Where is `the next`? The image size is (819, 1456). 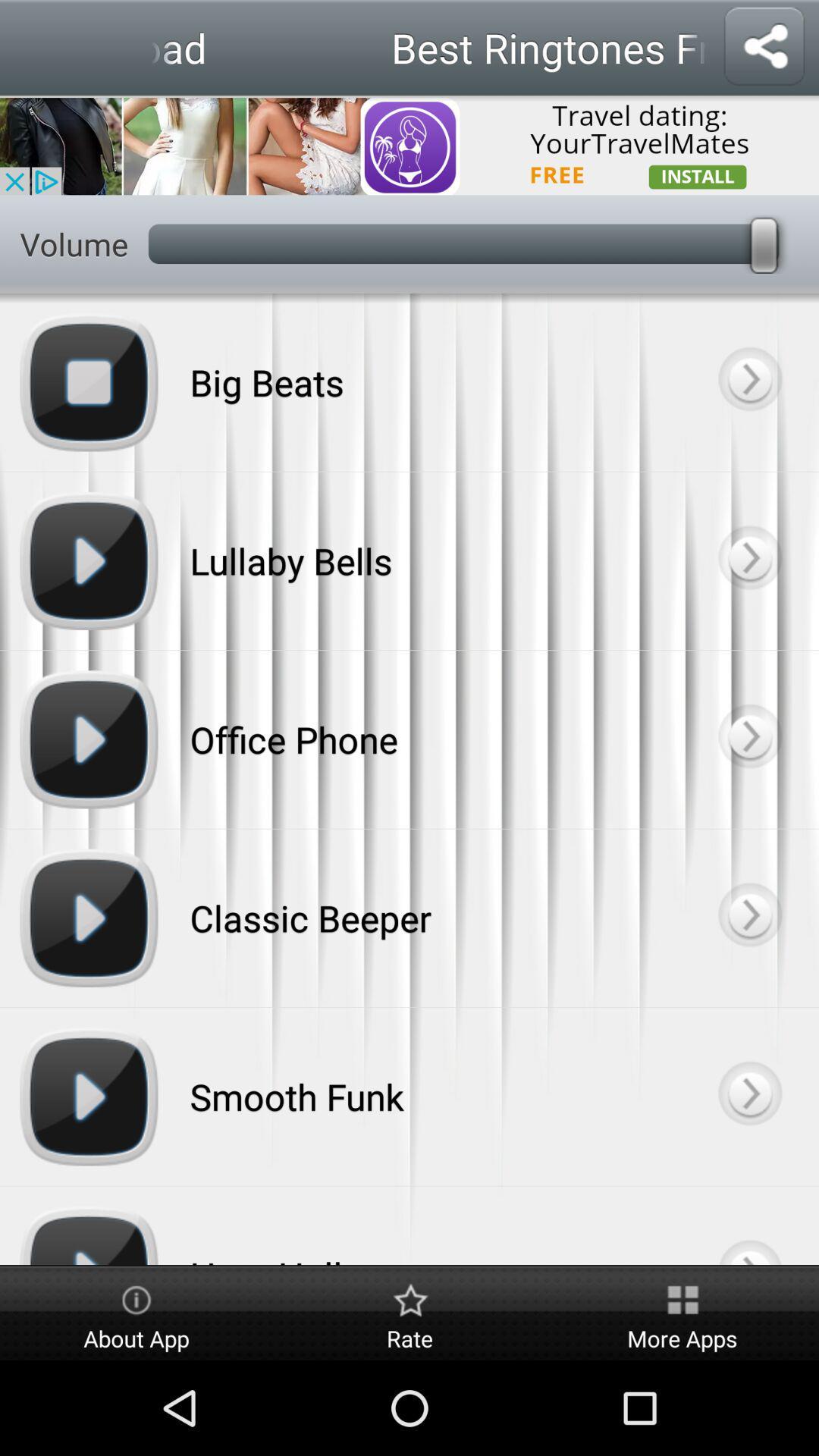
the next is located at coordinates (748, 382).